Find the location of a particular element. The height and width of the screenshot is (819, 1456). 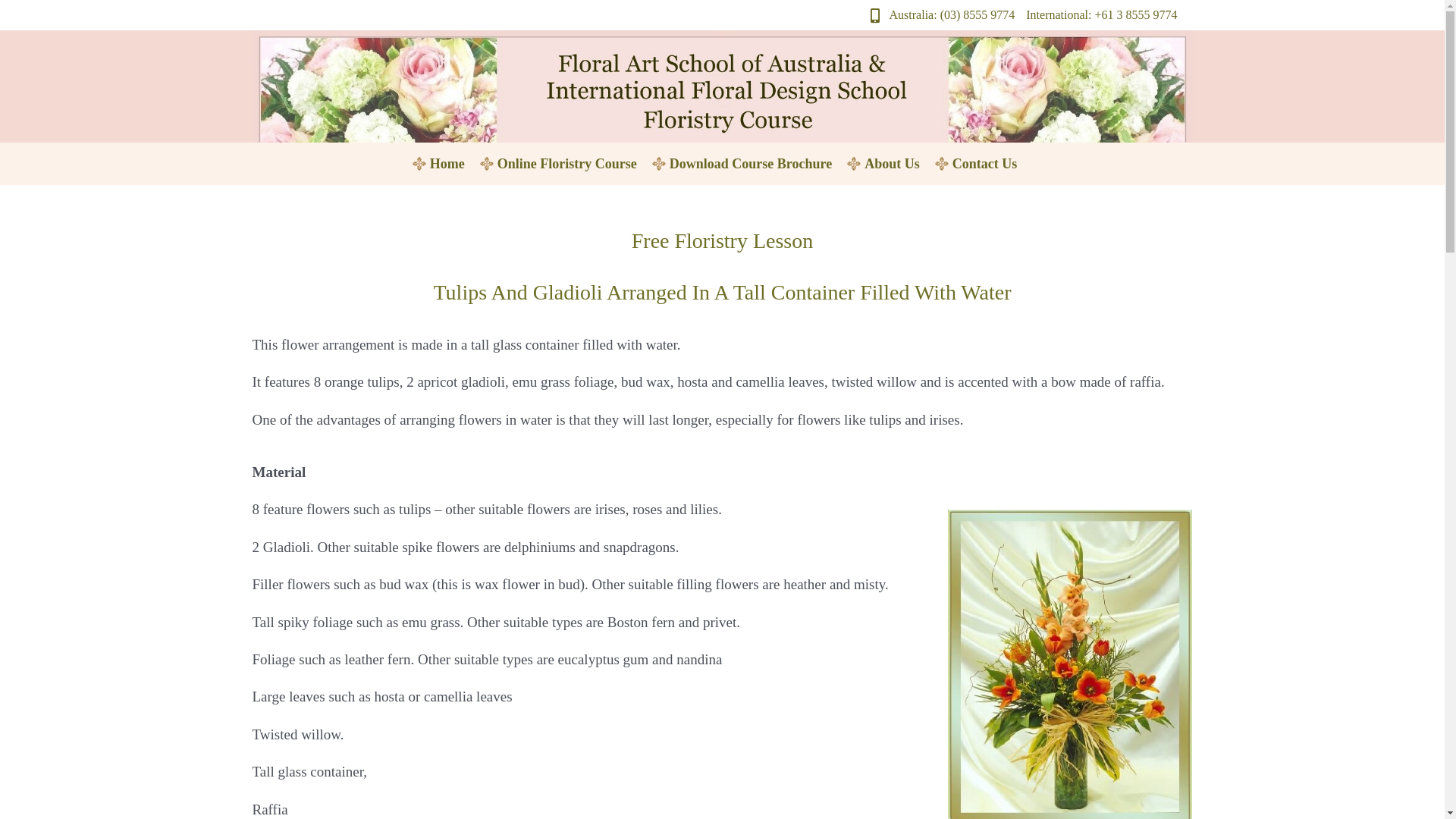

'About Us' is located at coordinates (848, 164).